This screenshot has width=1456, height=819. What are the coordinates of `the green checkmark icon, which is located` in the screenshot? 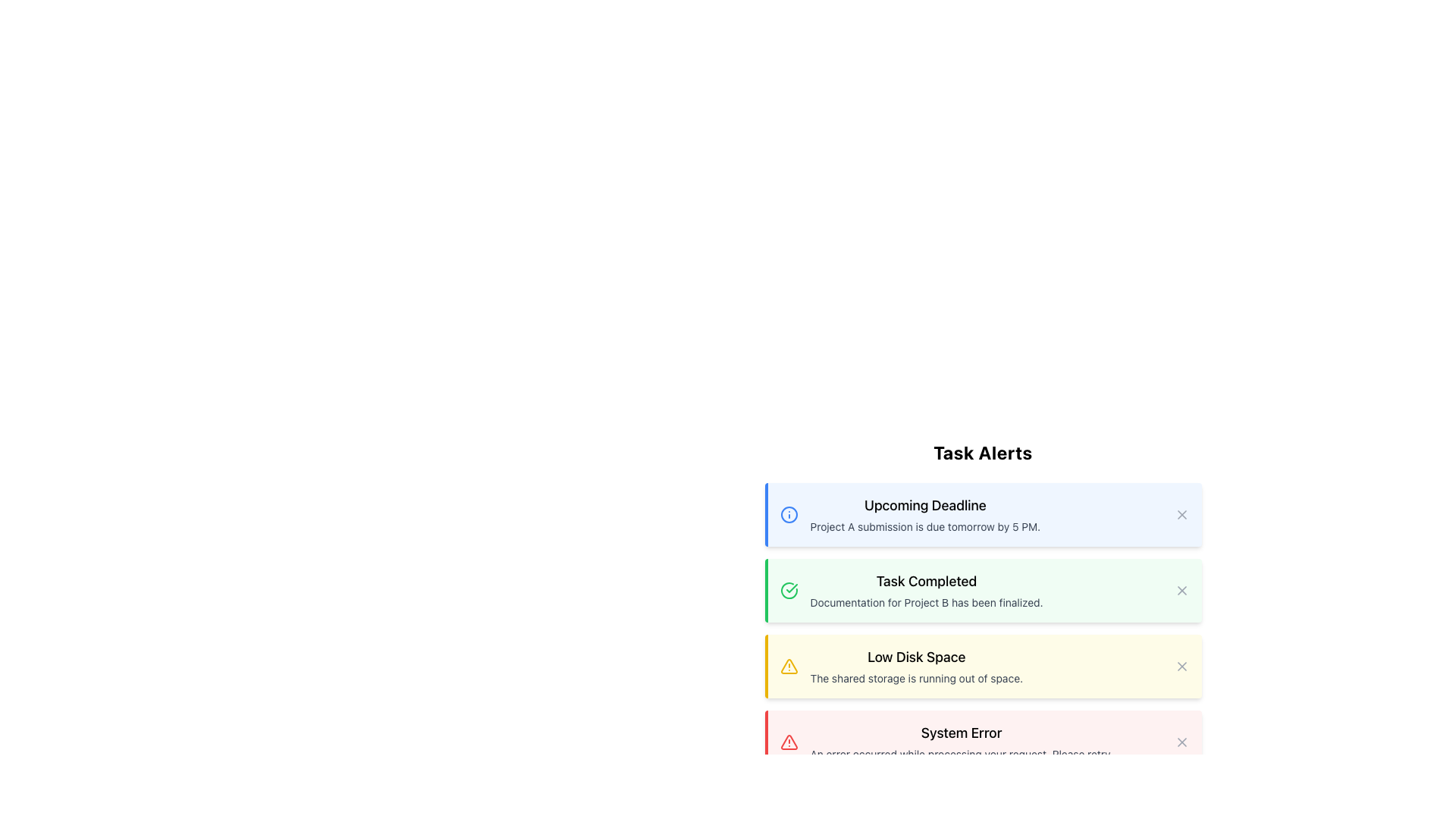 It's located at (790, 587).